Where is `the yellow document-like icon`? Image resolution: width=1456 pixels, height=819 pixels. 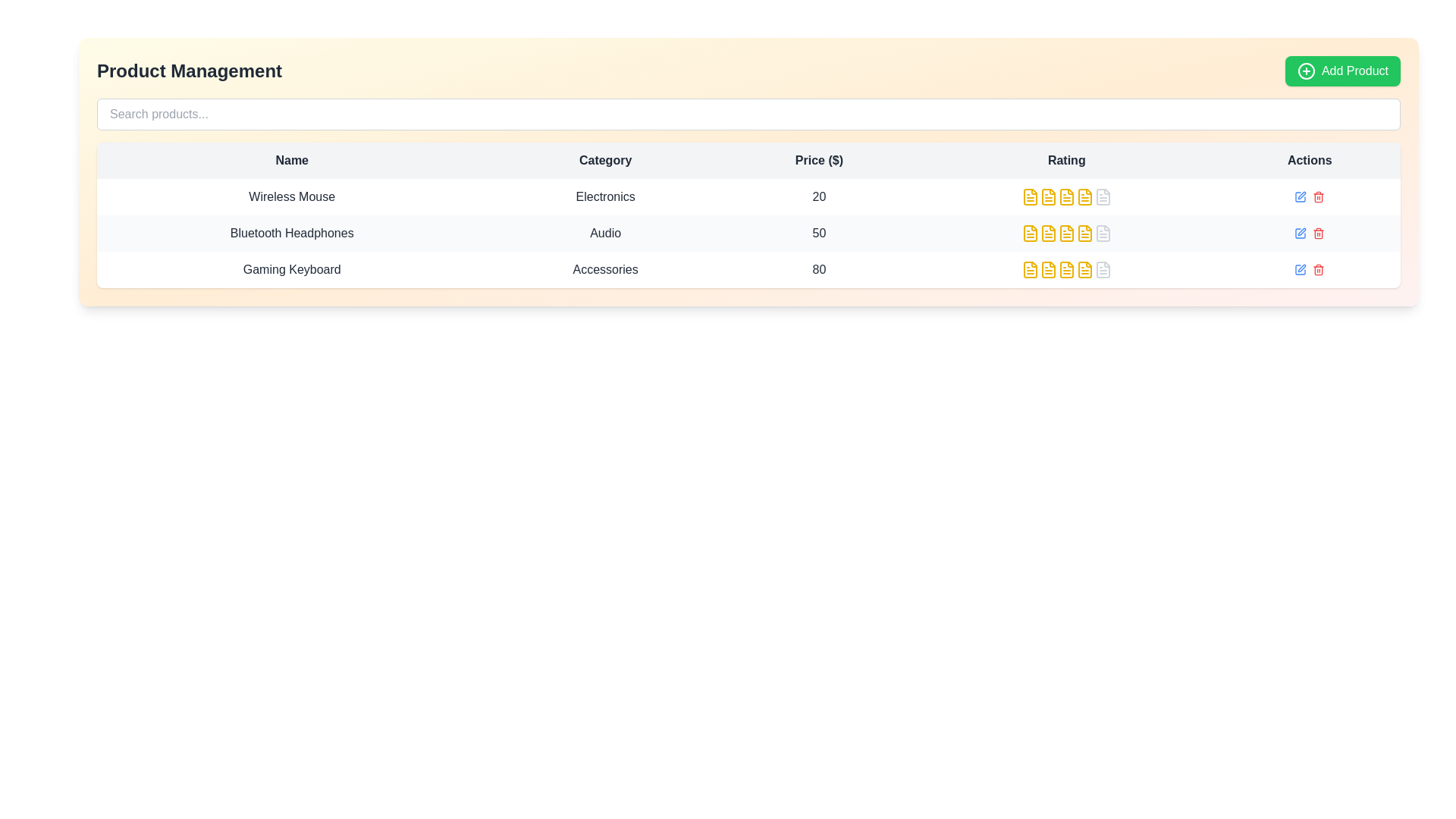 the yellow document-like icon is located at coordinates (1030, 234).